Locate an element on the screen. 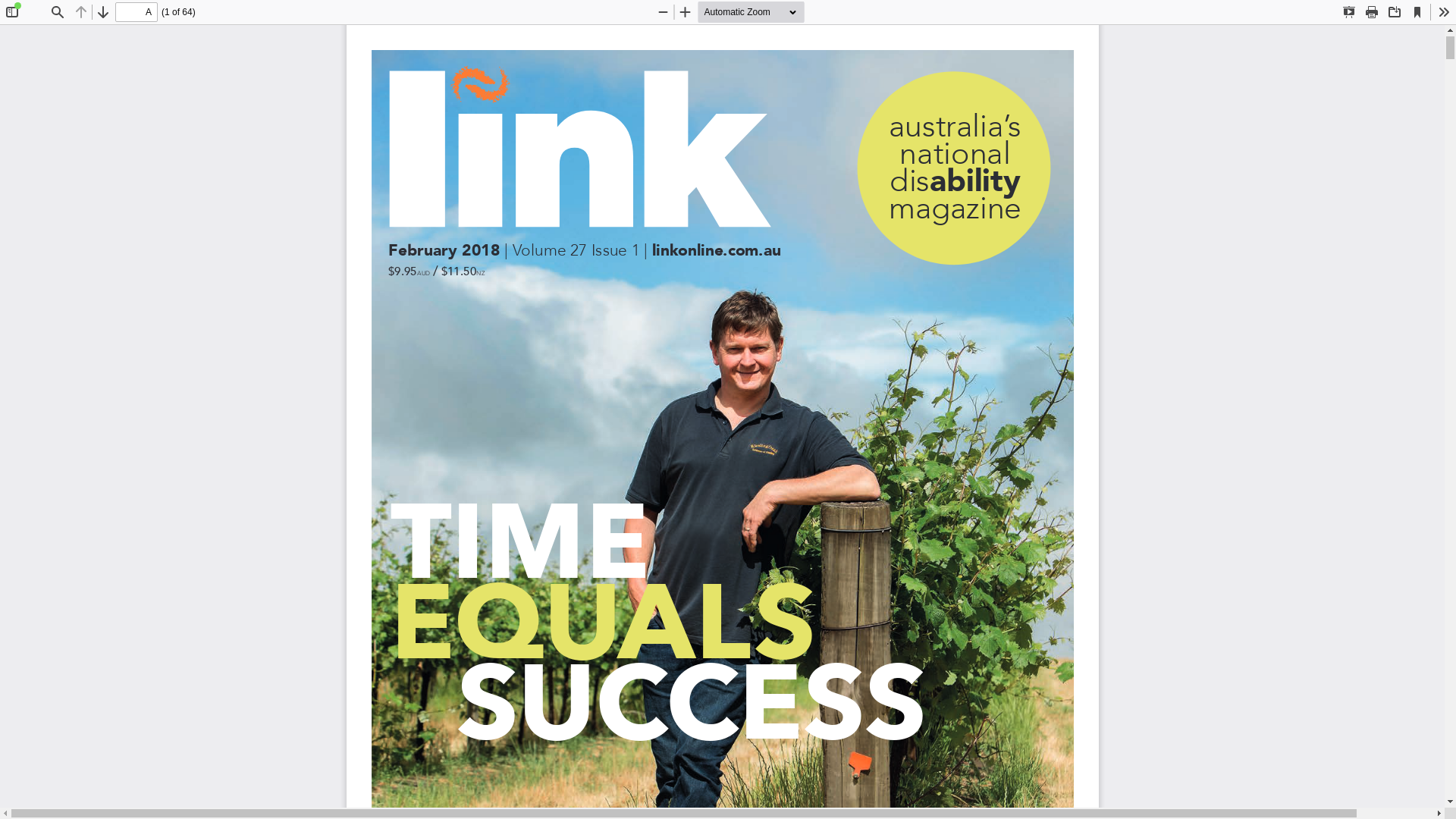 This screenshot has height=819, width=1456. 'Tools' is located at coordinates (1432, 11).